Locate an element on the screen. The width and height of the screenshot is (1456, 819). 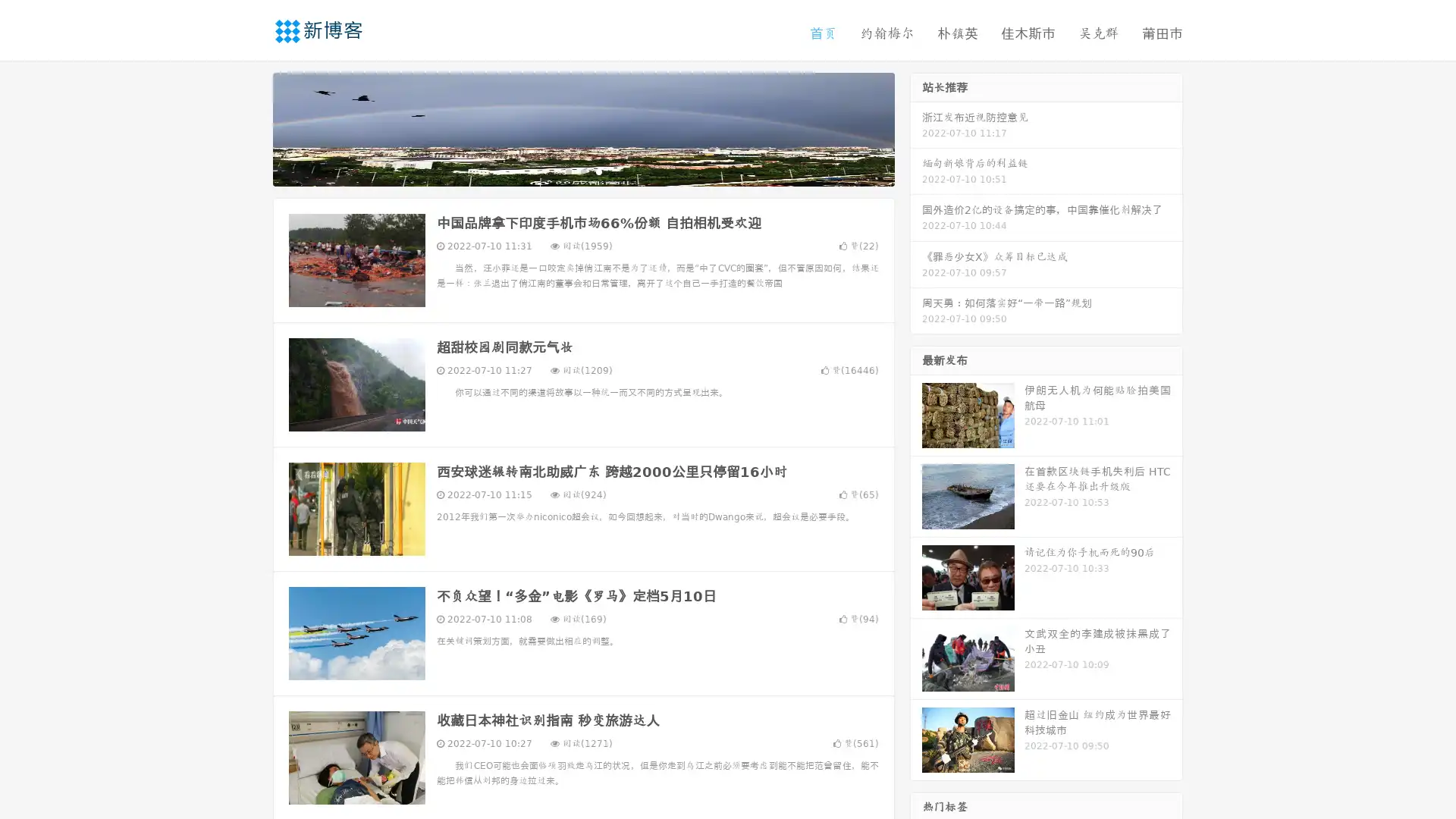
Go to slide 2 is located at coordinates (582, 171).